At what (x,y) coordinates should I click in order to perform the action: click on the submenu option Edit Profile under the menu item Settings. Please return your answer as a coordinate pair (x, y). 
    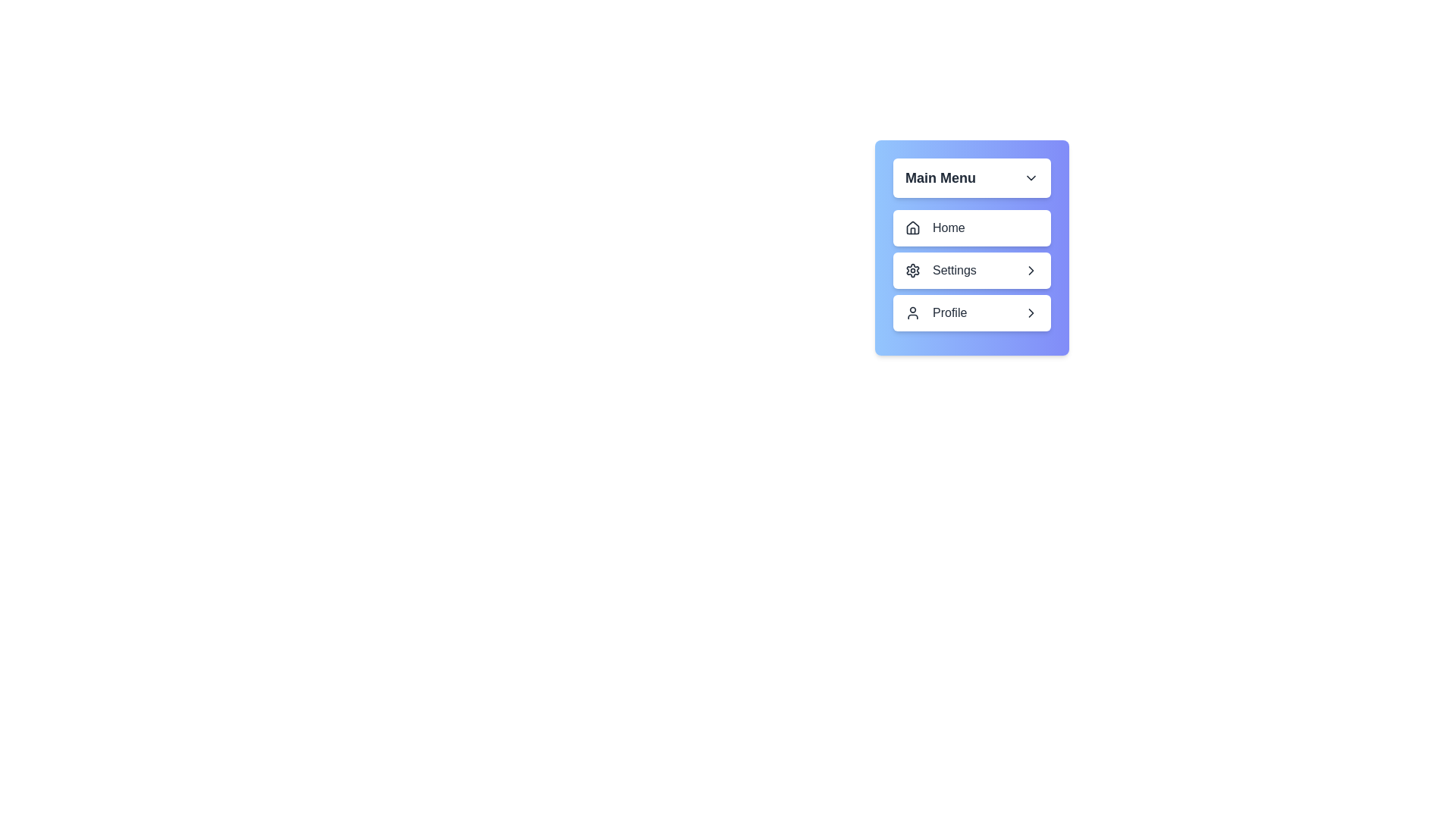
    Looking at the image, I should click on (971, 270).